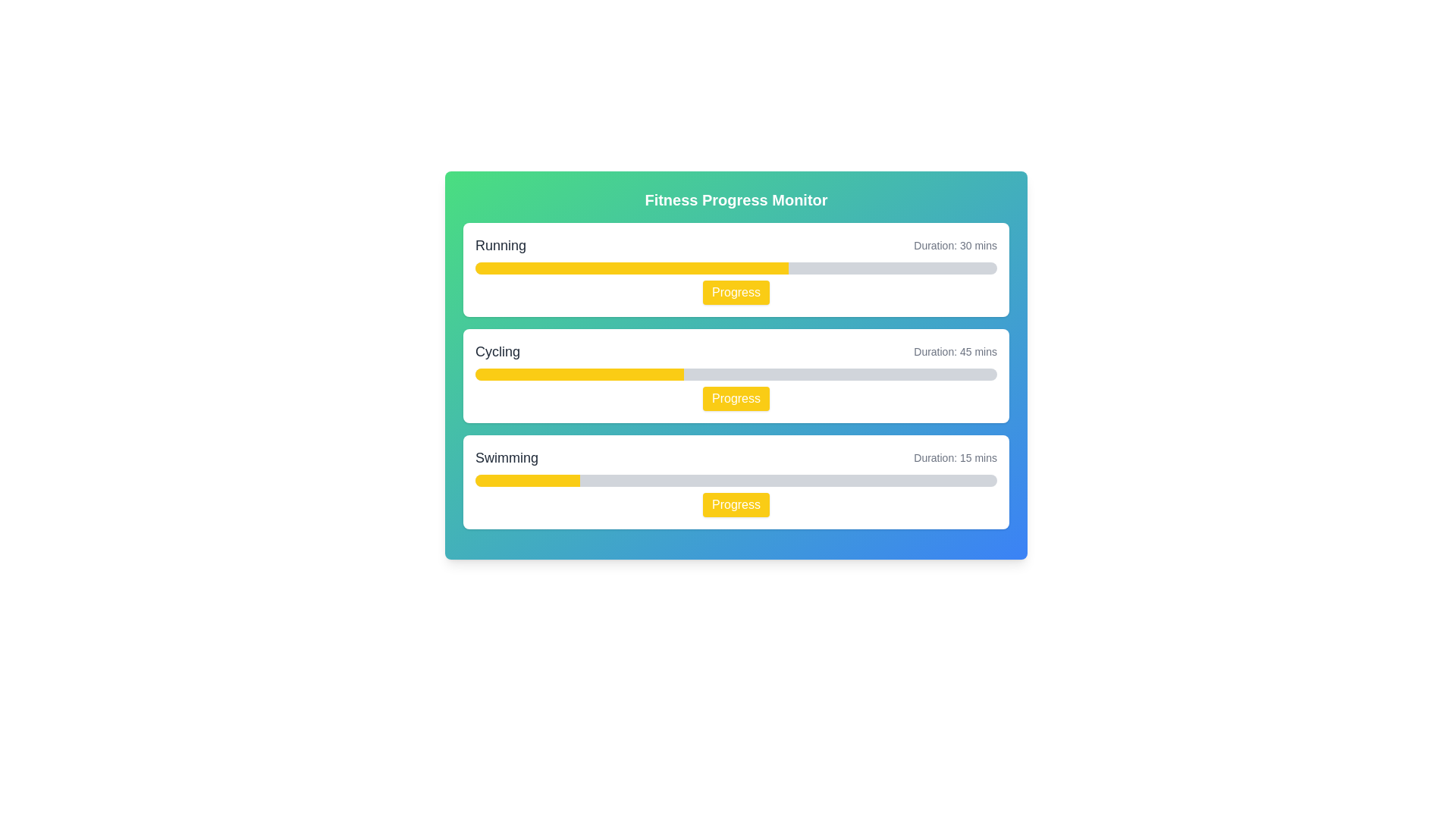  I want to click on the third progress bar located within the 'Swimming' activity section, positioned below the text 'Swimming' and 'Duration: 15 mins', and above the yellow 'Progress' button, so click(736, 480).